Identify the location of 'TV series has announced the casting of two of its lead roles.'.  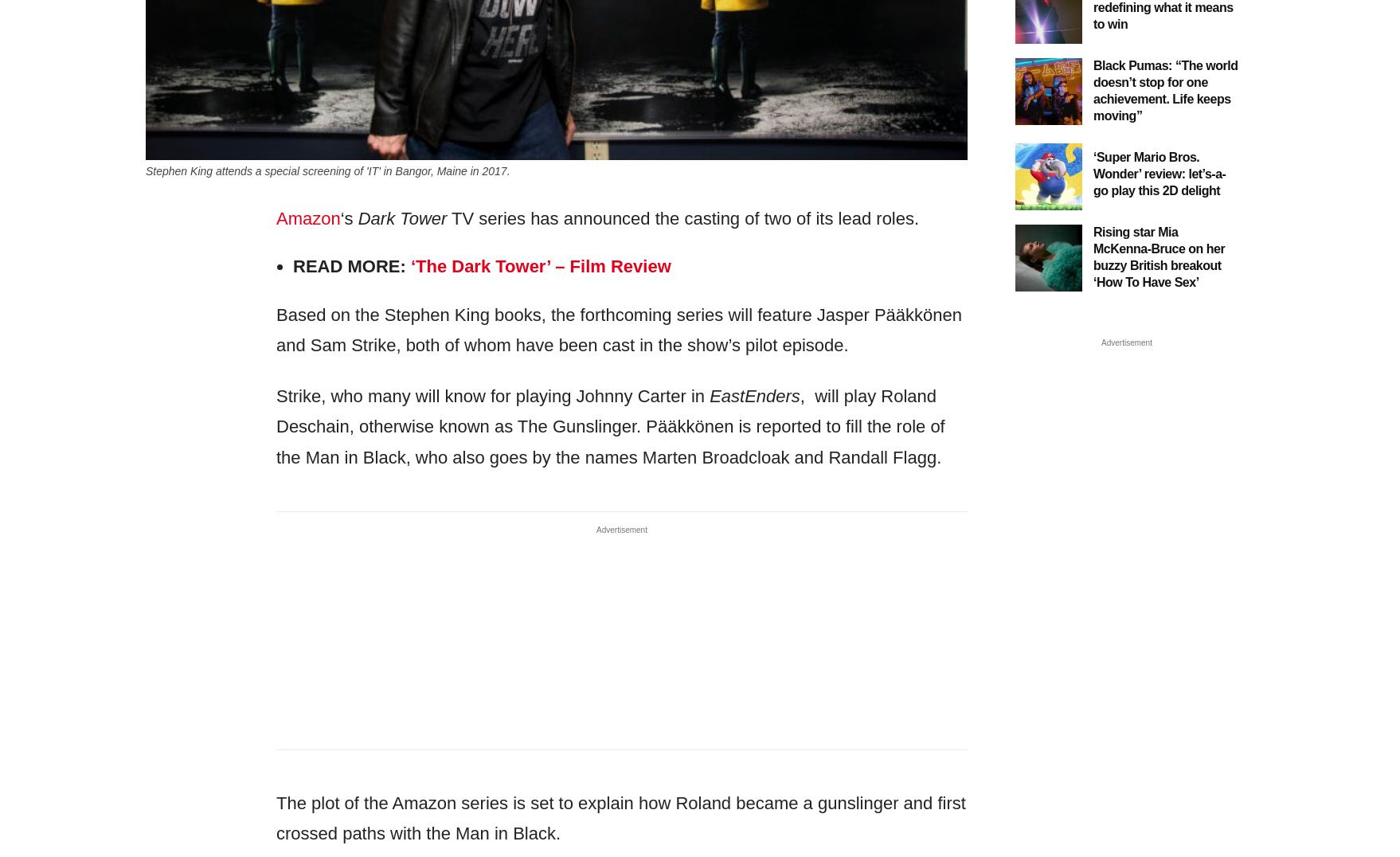
(445, 217).